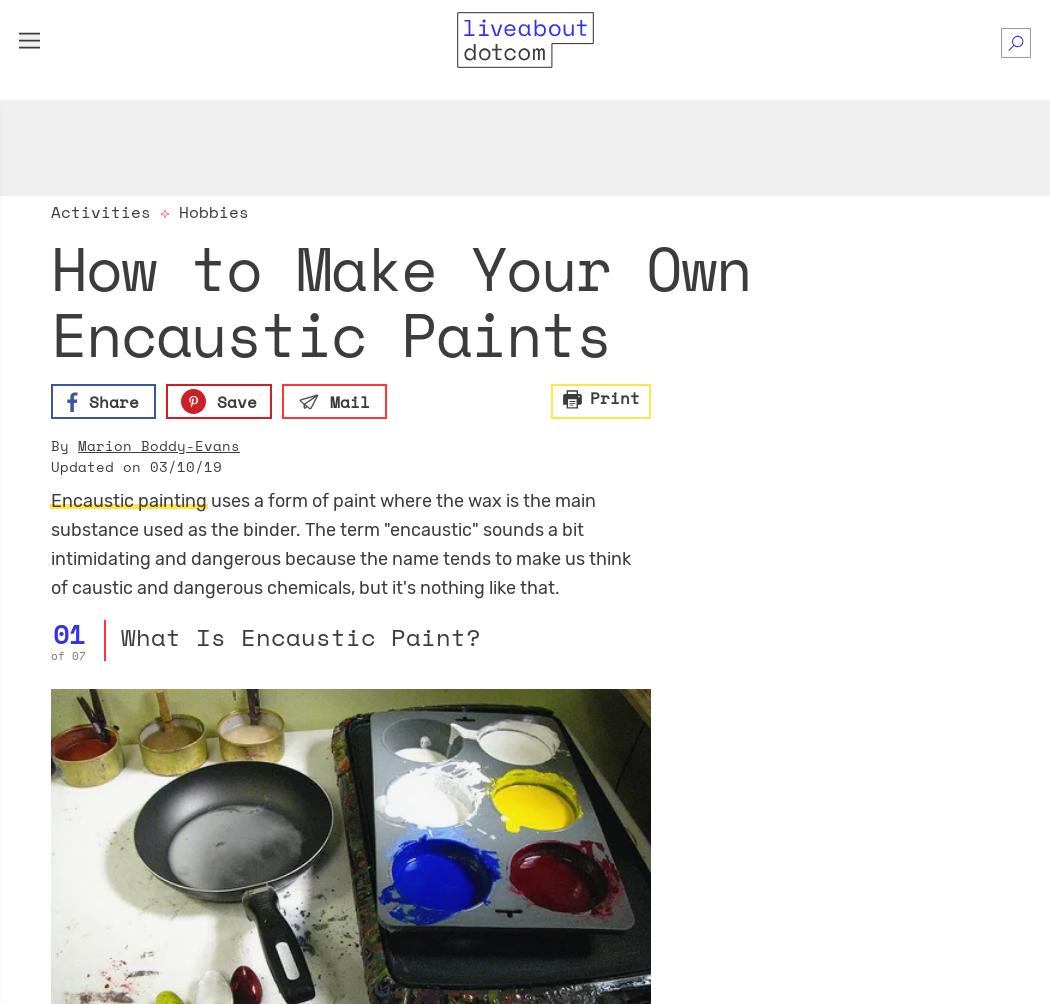 The image size is (1050, 1004). Describe the element at coordinates (298, 635) in the screenshot. I see `'What Is Encaustic Paint?'` at that location.